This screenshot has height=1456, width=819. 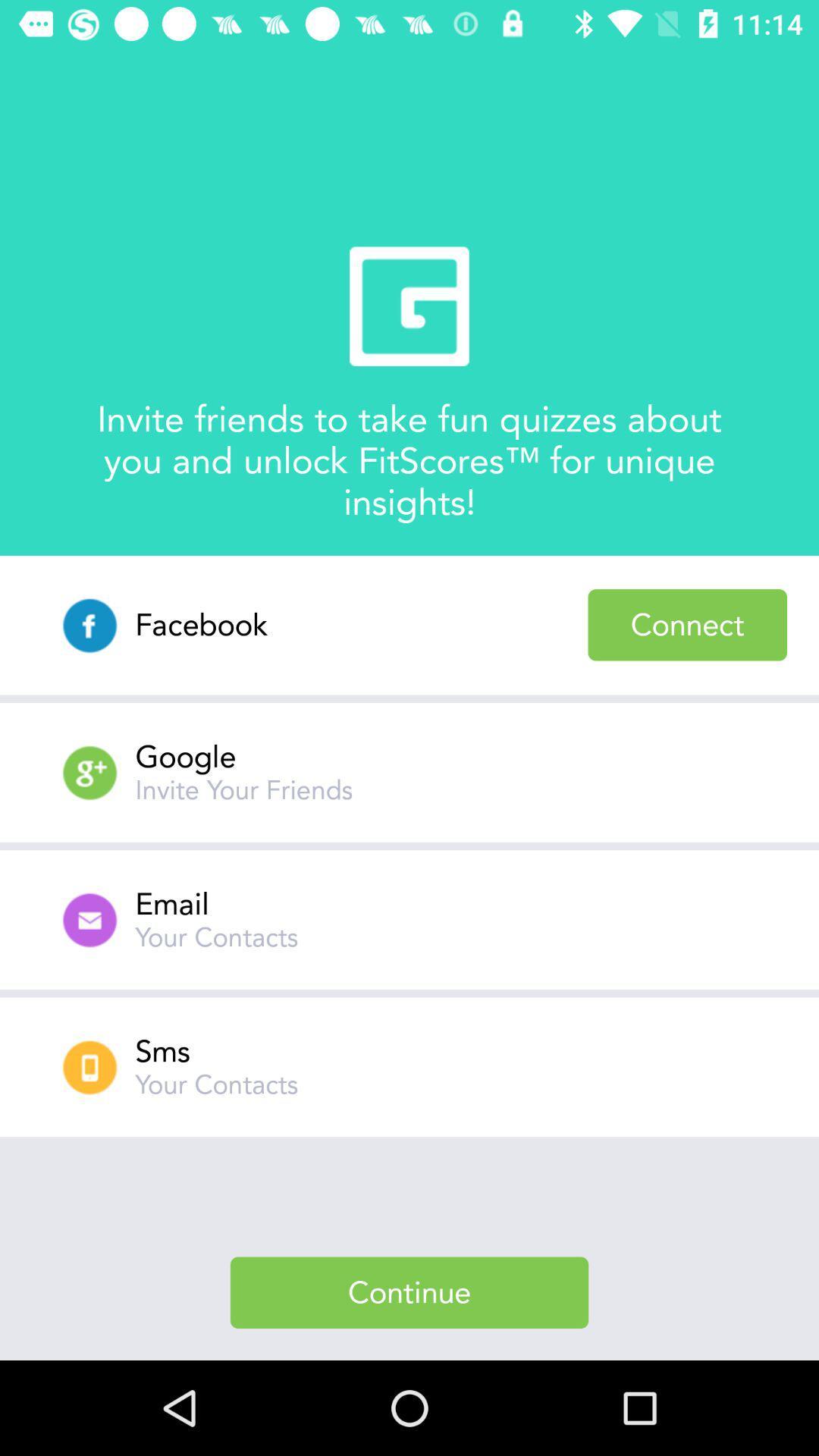 I want to click on item to the right of facebook, so click(x=687, y=625).